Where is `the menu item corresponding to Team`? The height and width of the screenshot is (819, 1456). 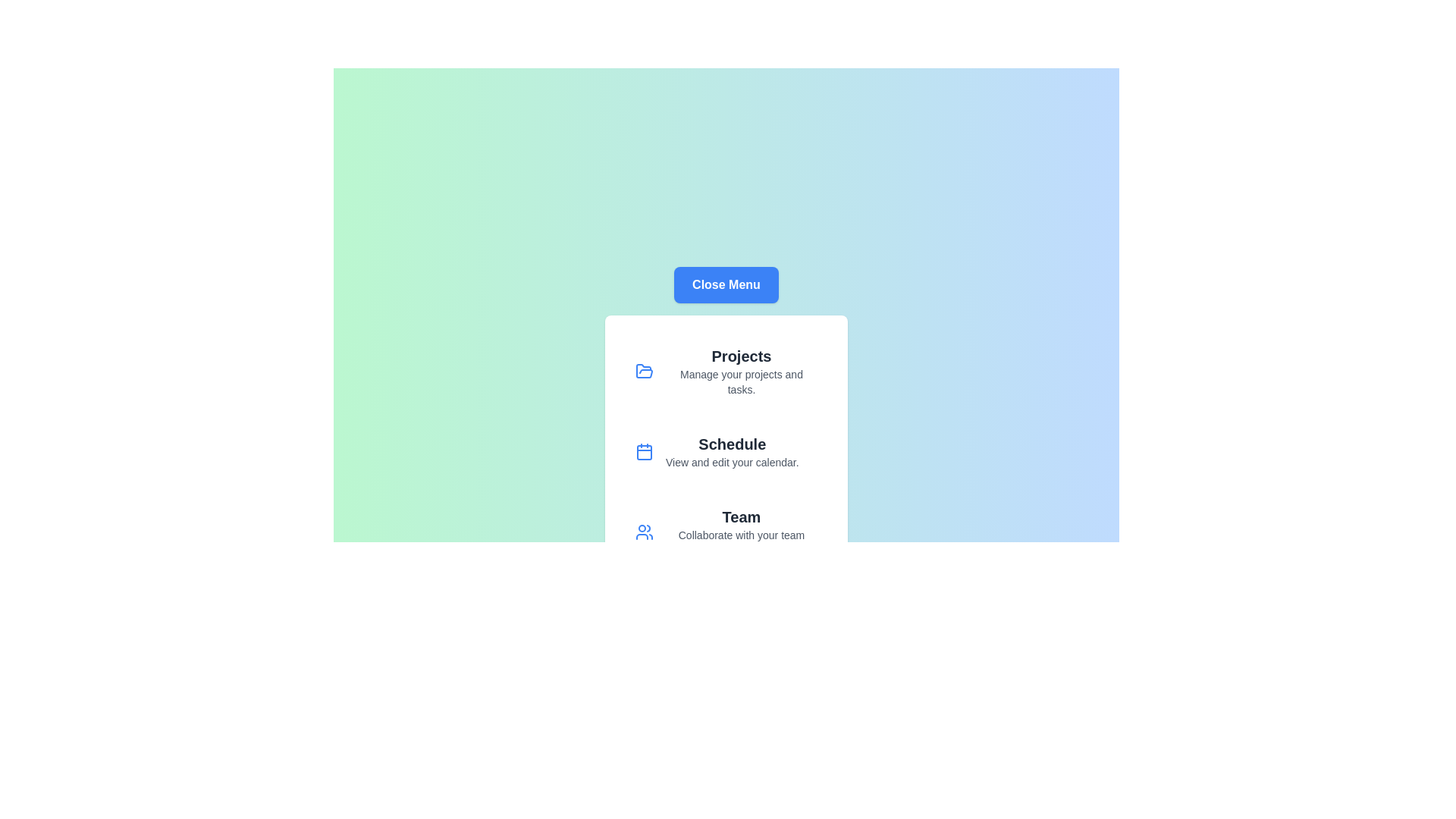
the menu item corresponding to Team is located at coordinates (726, 532).